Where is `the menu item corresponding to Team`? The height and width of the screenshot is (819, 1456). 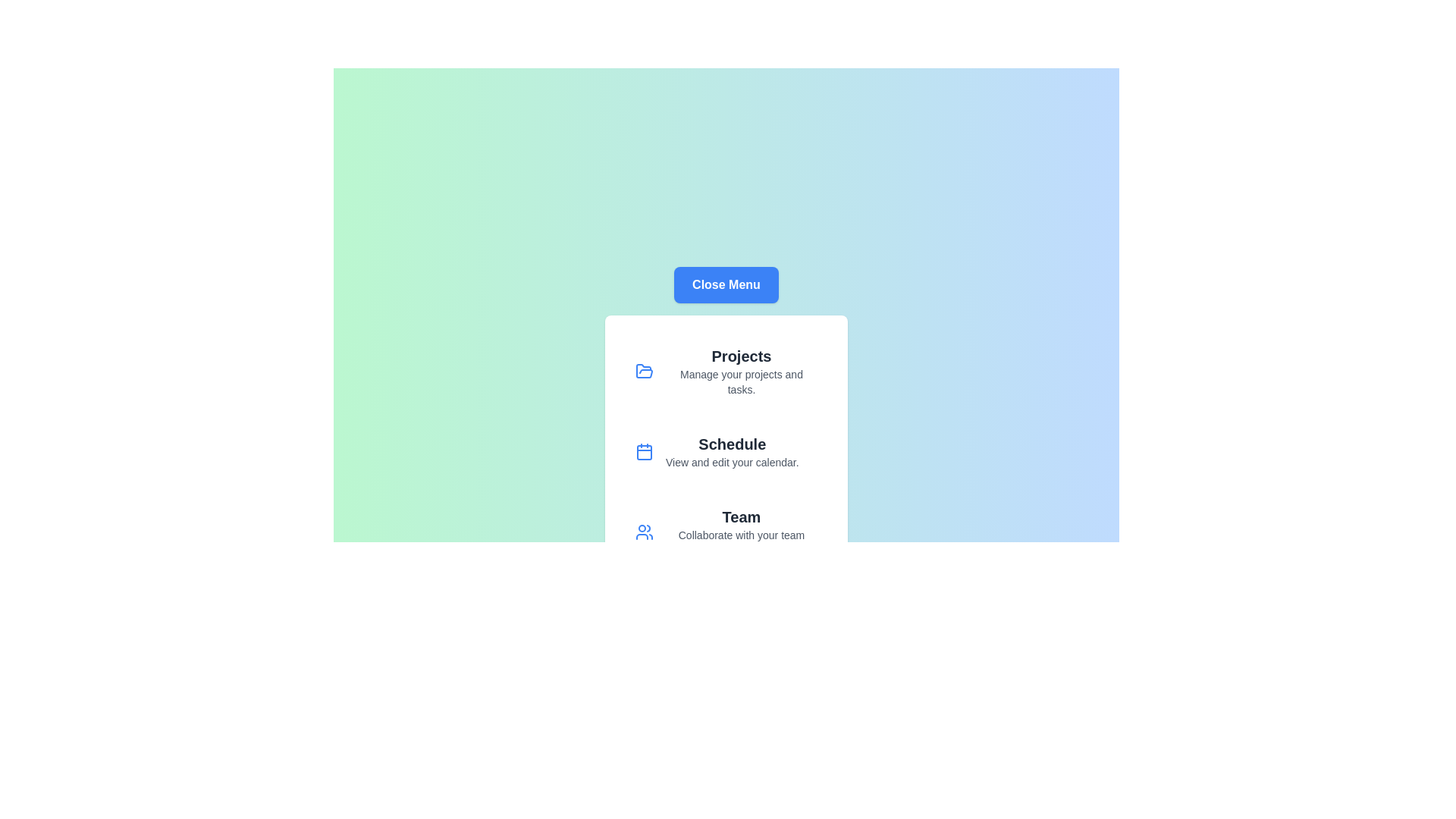
the menu item corresponding to Team is located at coordinates (726, 532).